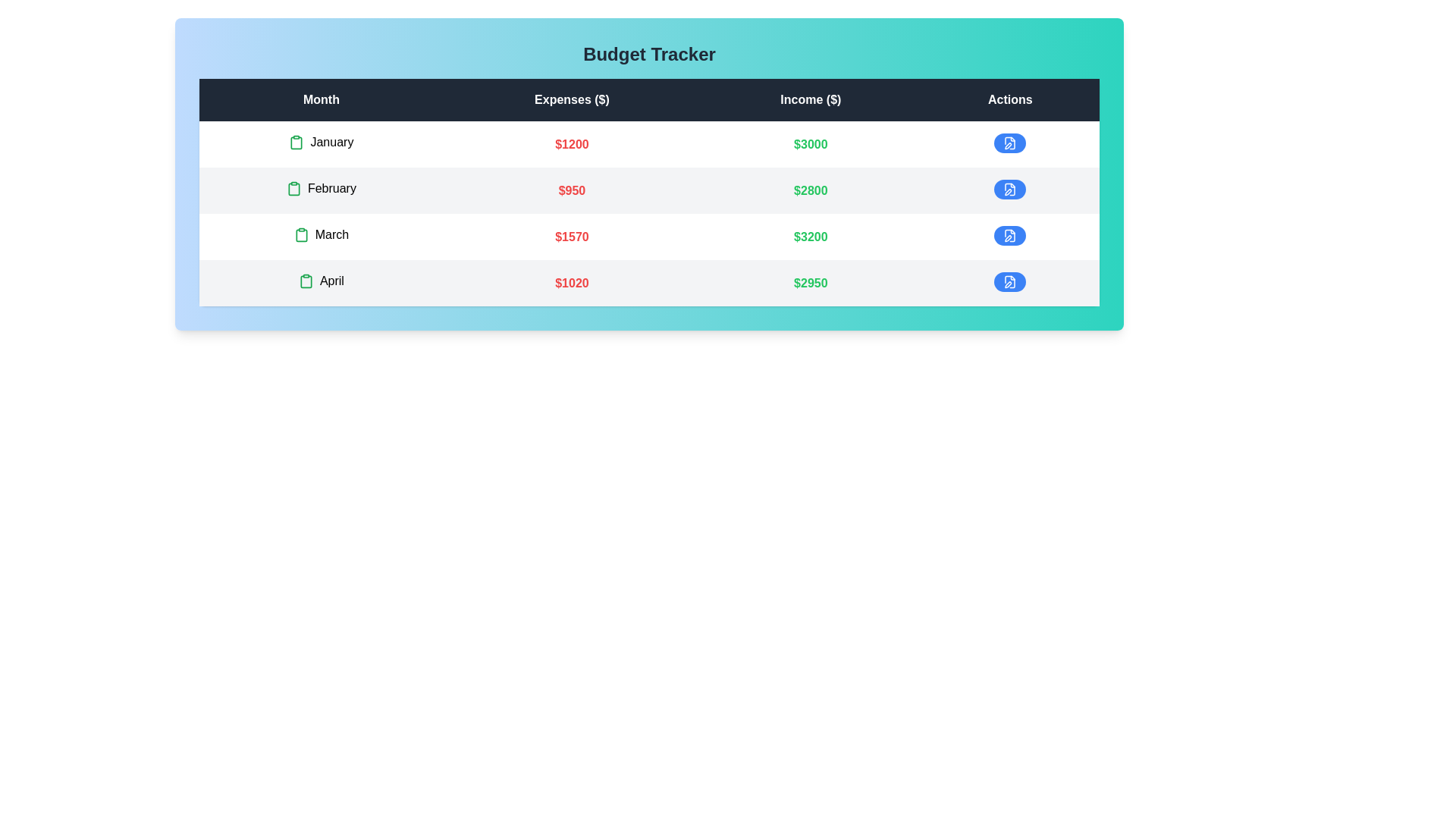 This screenshot has height=819, width=1456. What do you see at coordinates (1009, 236) in the screenshot?
I see `action button for the March row` at bounding box center [1009, 236].